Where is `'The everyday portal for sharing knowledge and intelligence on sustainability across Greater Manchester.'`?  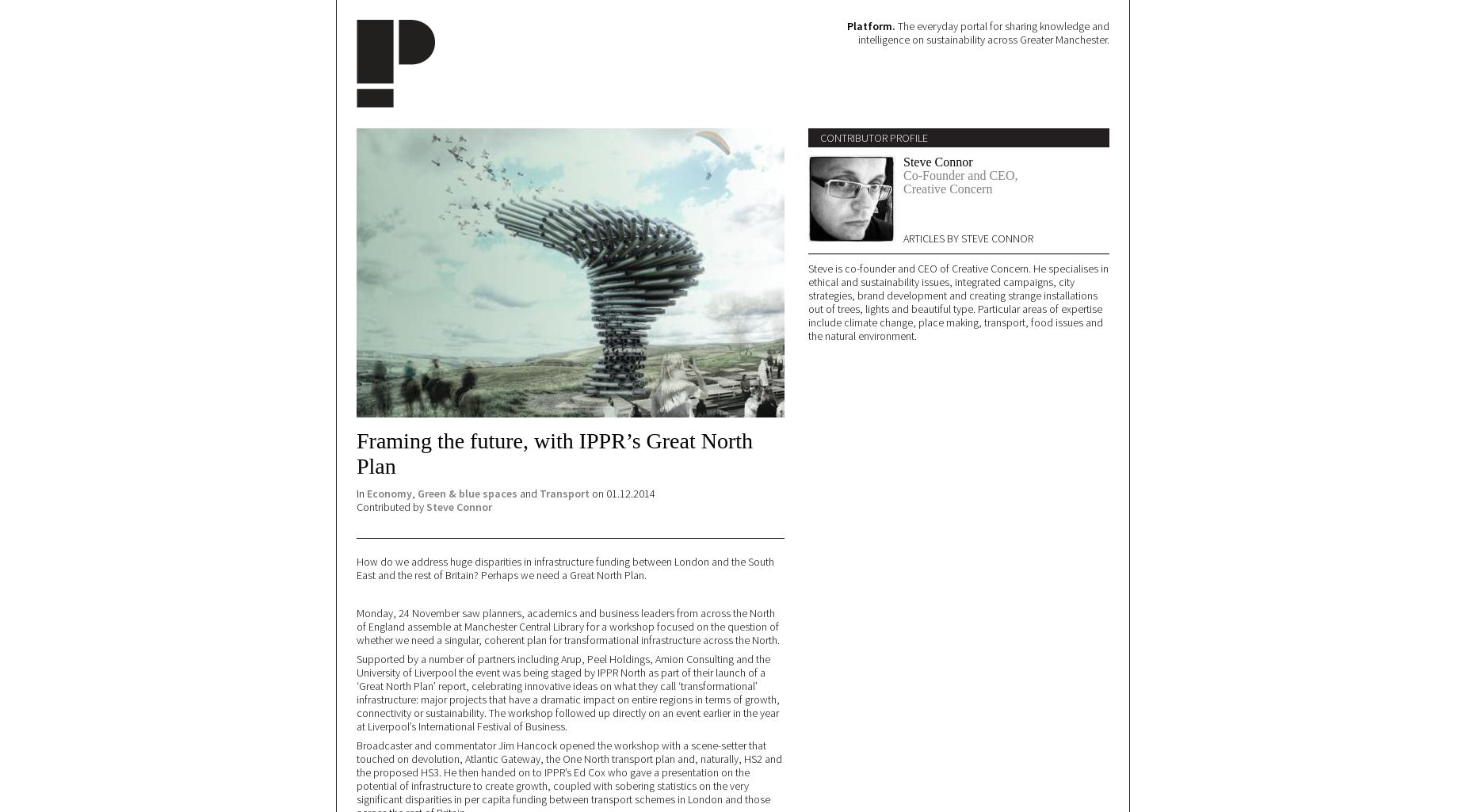
'The everyday portal for sharing knowledge and intelligence on sustainability across Greater Manchester.' is located at coordinates (983, 32).